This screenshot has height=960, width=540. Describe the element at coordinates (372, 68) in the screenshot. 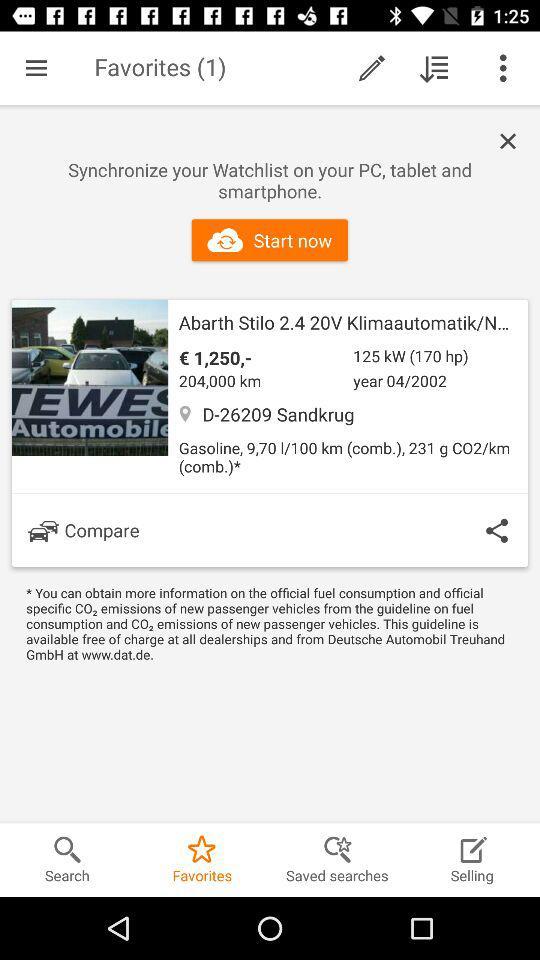

I see `item to the right of favorites (1) item` at that location.